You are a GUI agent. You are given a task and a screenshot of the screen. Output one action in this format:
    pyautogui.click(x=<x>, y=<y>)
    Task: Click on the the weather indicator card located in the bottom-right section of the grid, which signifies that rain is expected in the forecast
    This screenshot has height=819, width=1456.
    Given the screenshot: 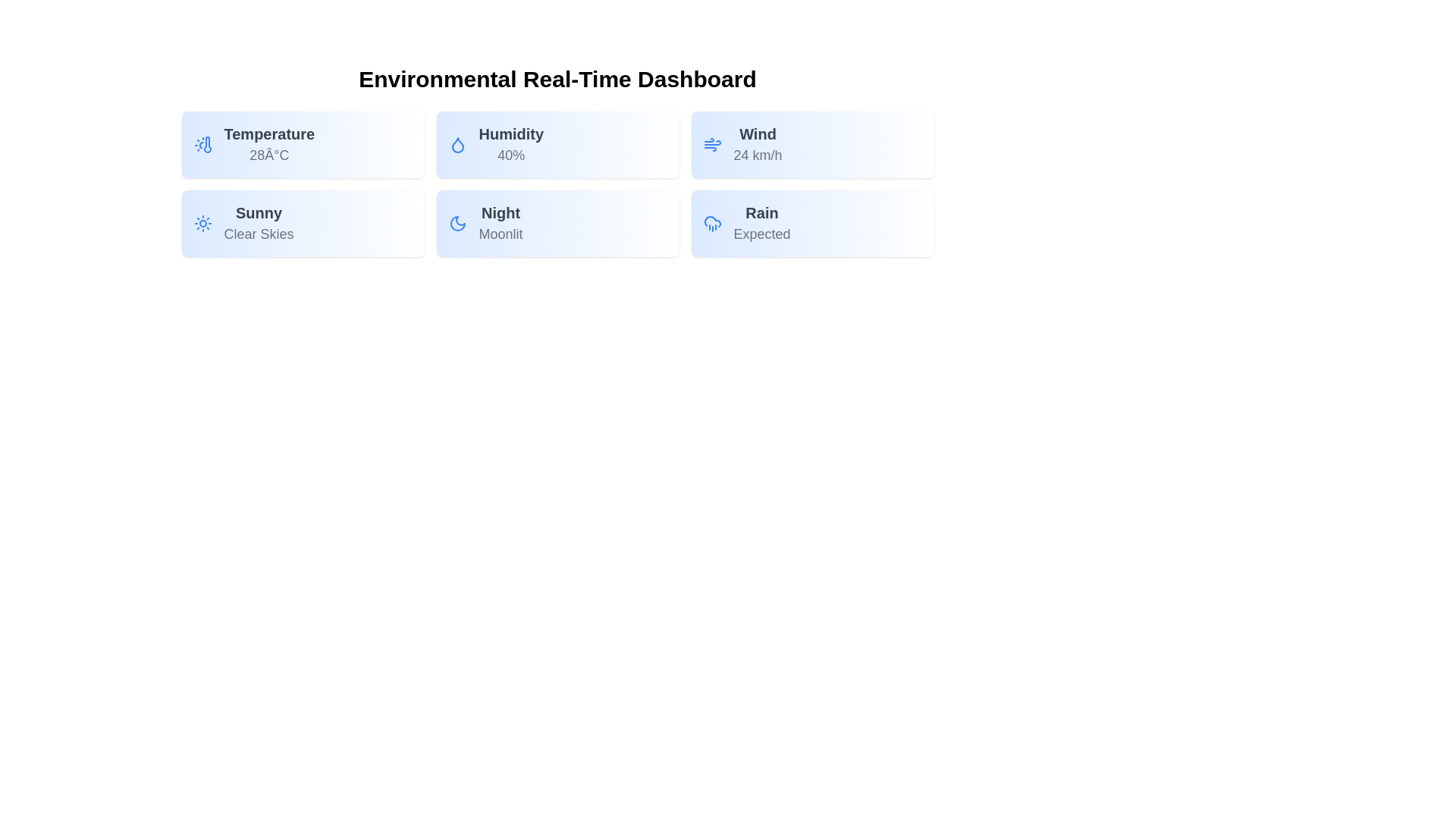 What is the action you would take?
    pyautogui.click(x=811, y=223)
    